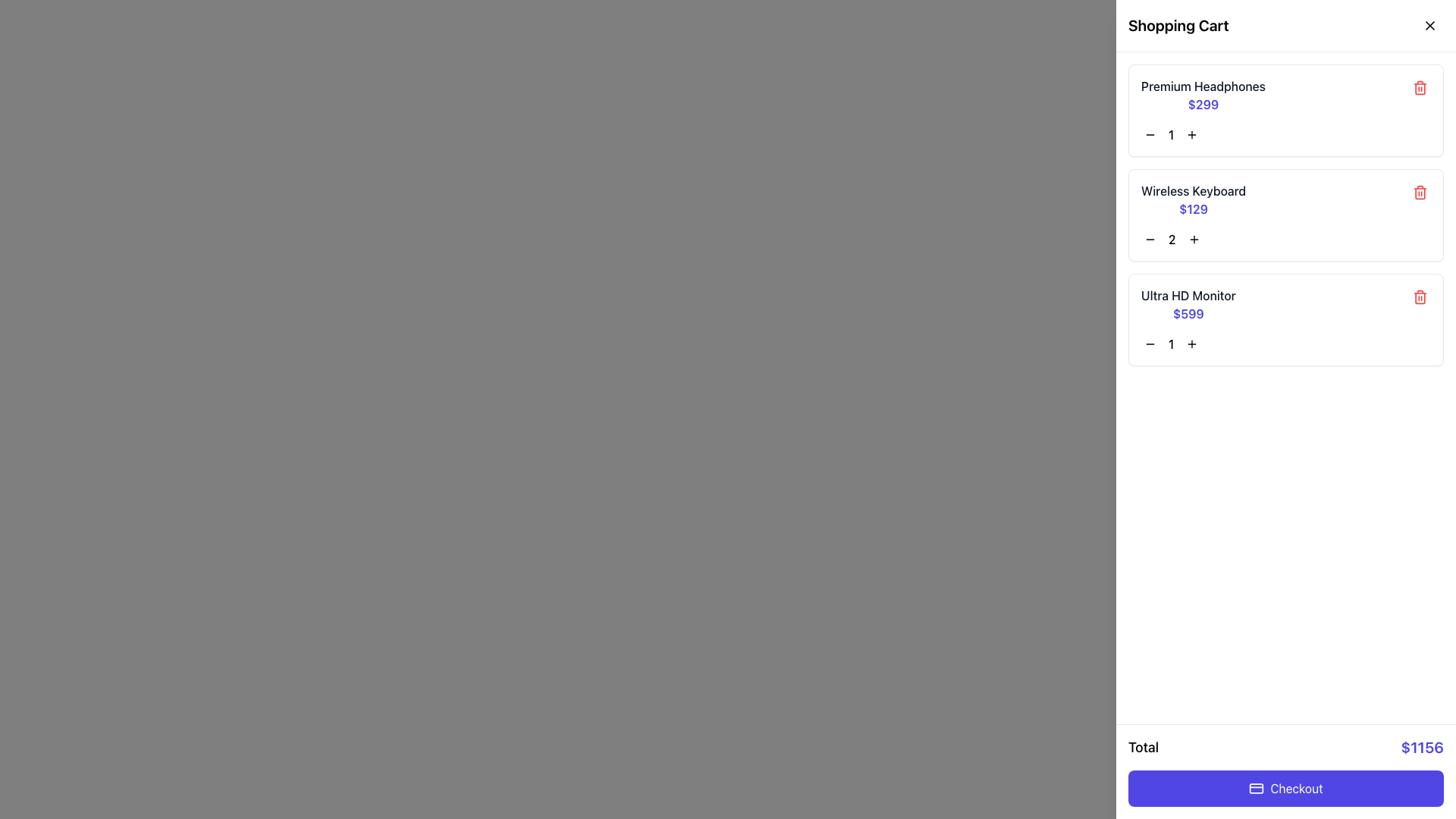 Image resolution: width=1456 pixels, height=819 pixels. What do you see at coordinates (1193, 199) in the screenshot?
I see `the static information display element that shows 'Wireless Keyboard' and its price '$129' in the shopping cart overlay` at bounding box center [1193, 199].